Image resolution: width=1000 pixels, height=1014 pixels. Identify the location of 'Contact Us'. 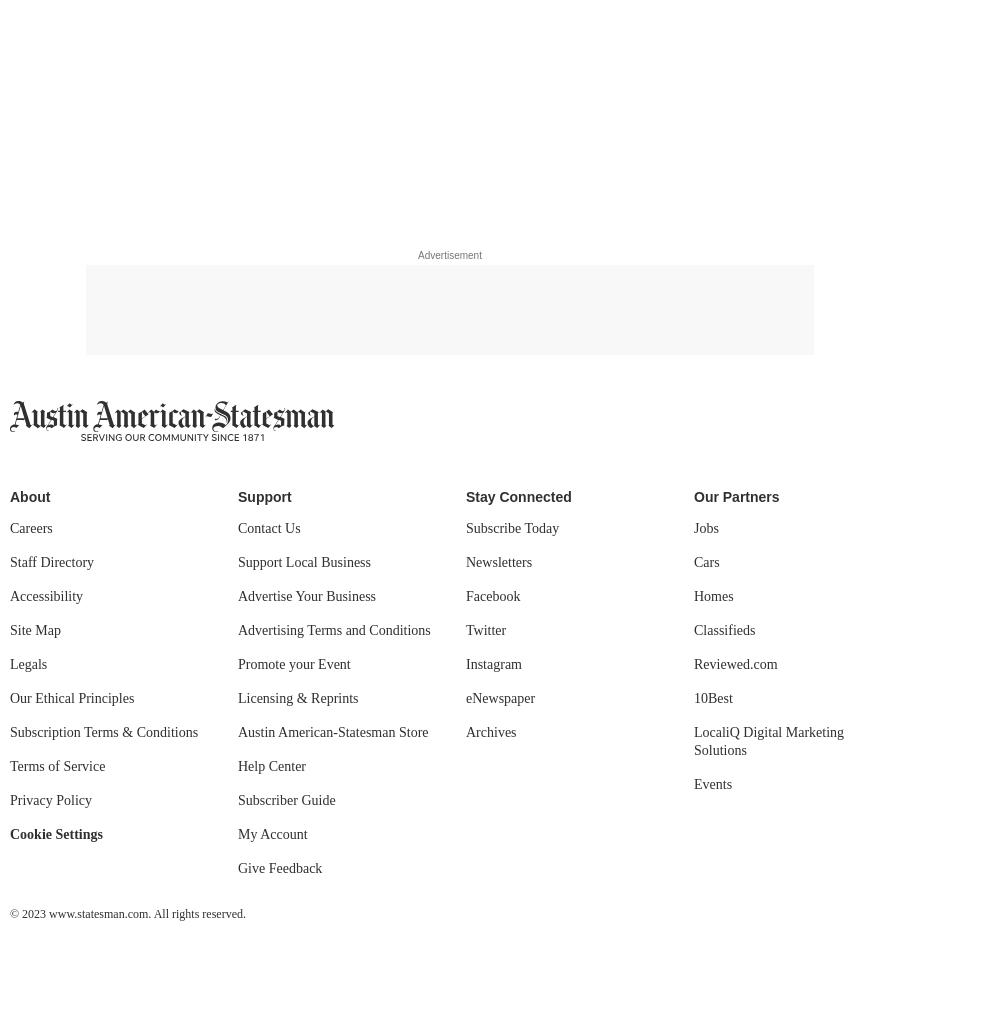
(237, 527).